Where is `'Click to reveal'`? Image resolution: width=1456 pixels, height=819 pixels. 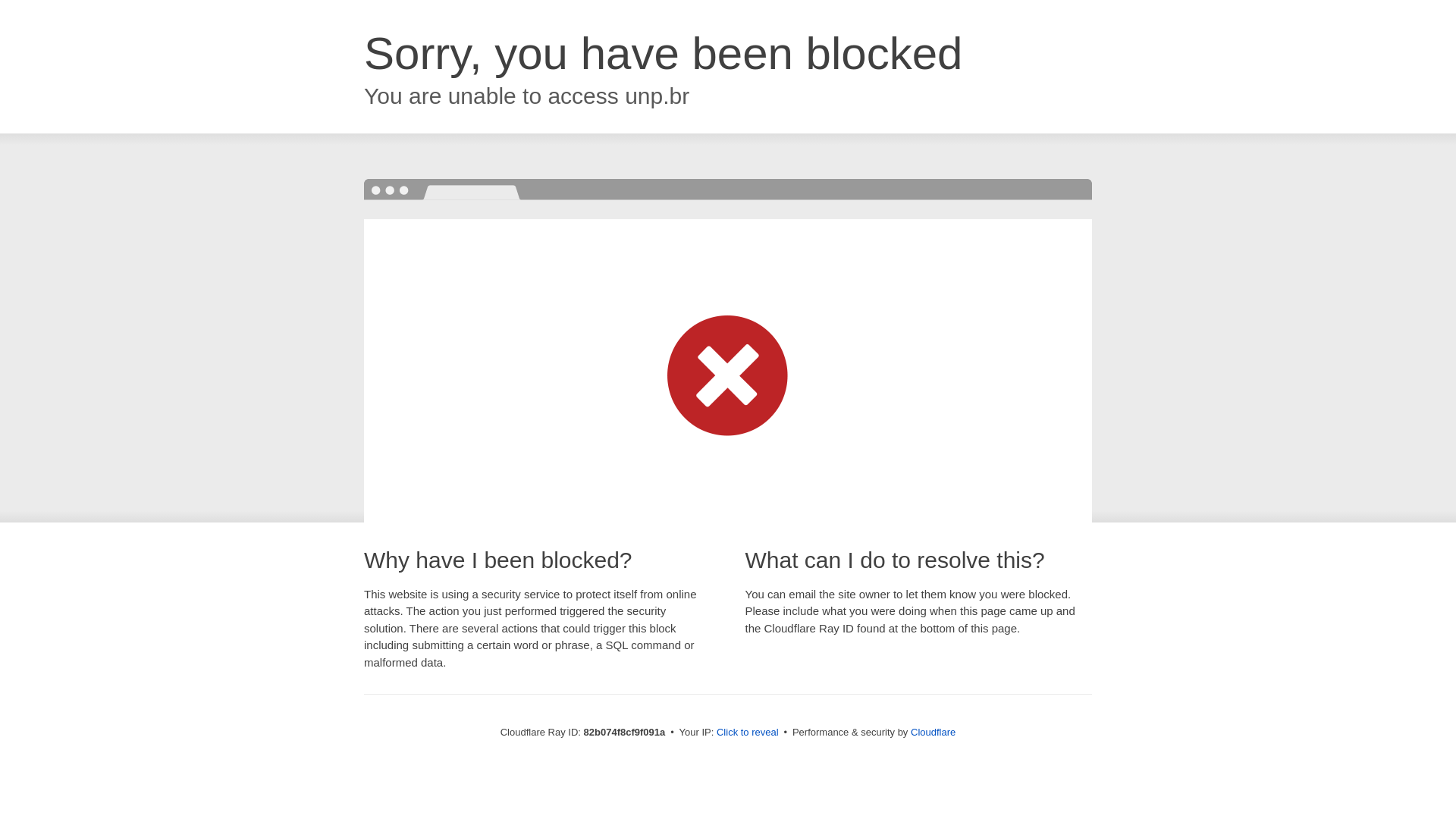
'Click to reveal' is located at coordinates (716, 731).